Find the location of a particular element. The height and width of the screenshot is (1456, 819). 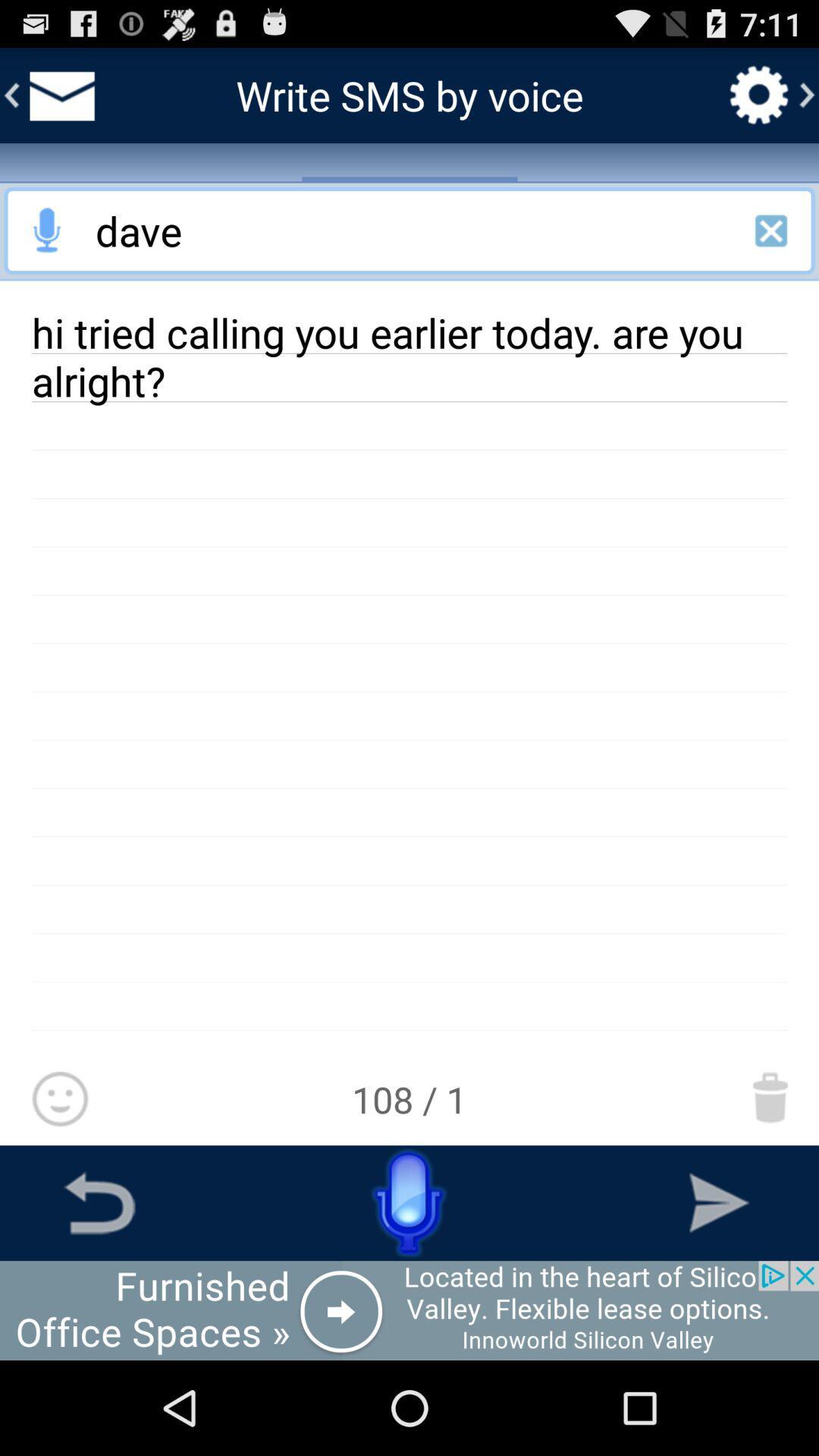

go forward is located at coordinates (718, 1202).